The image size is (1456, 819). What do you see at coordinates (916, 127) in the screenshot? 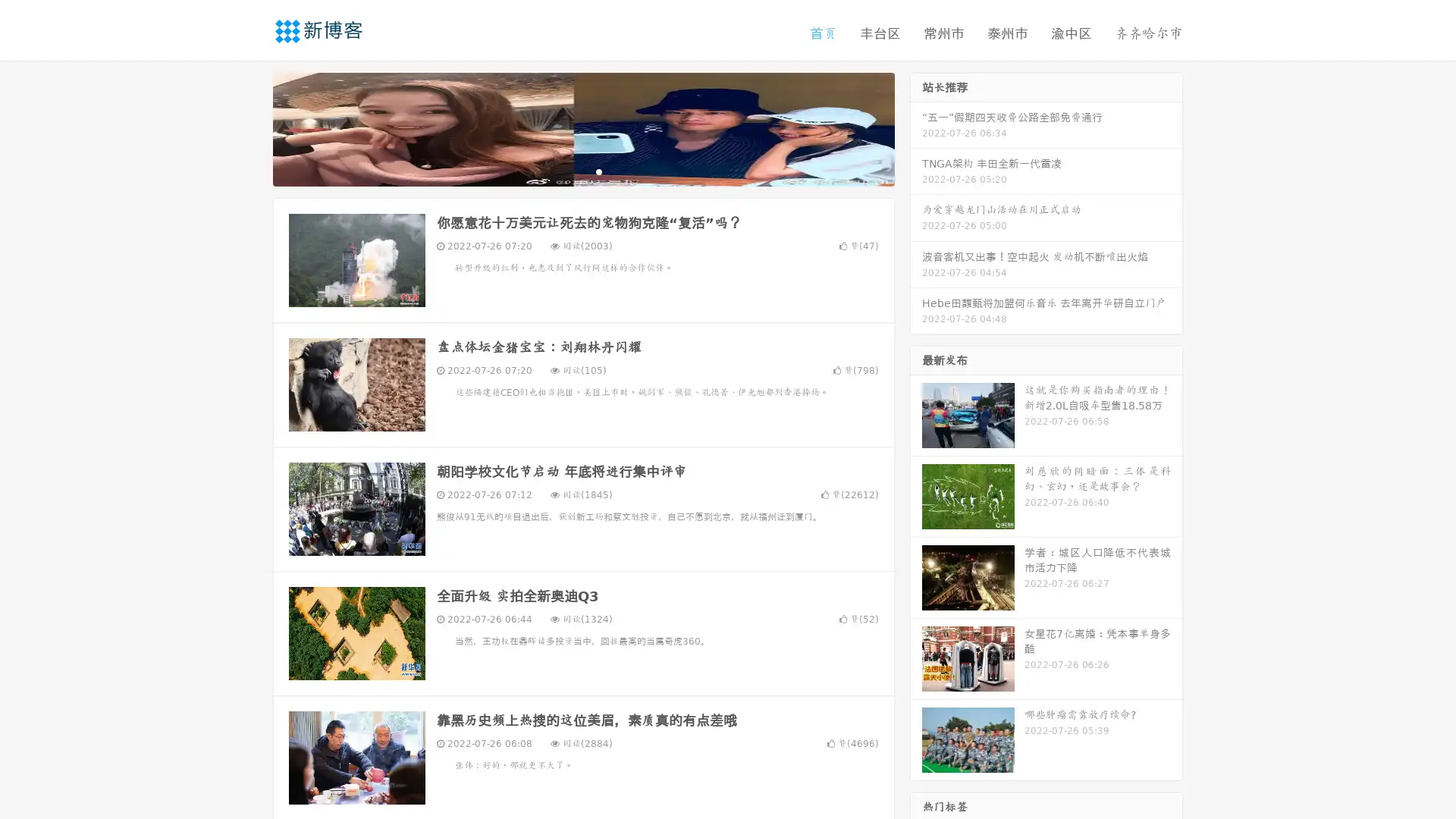
I see `Next slide` at bounding box center [916, 127].